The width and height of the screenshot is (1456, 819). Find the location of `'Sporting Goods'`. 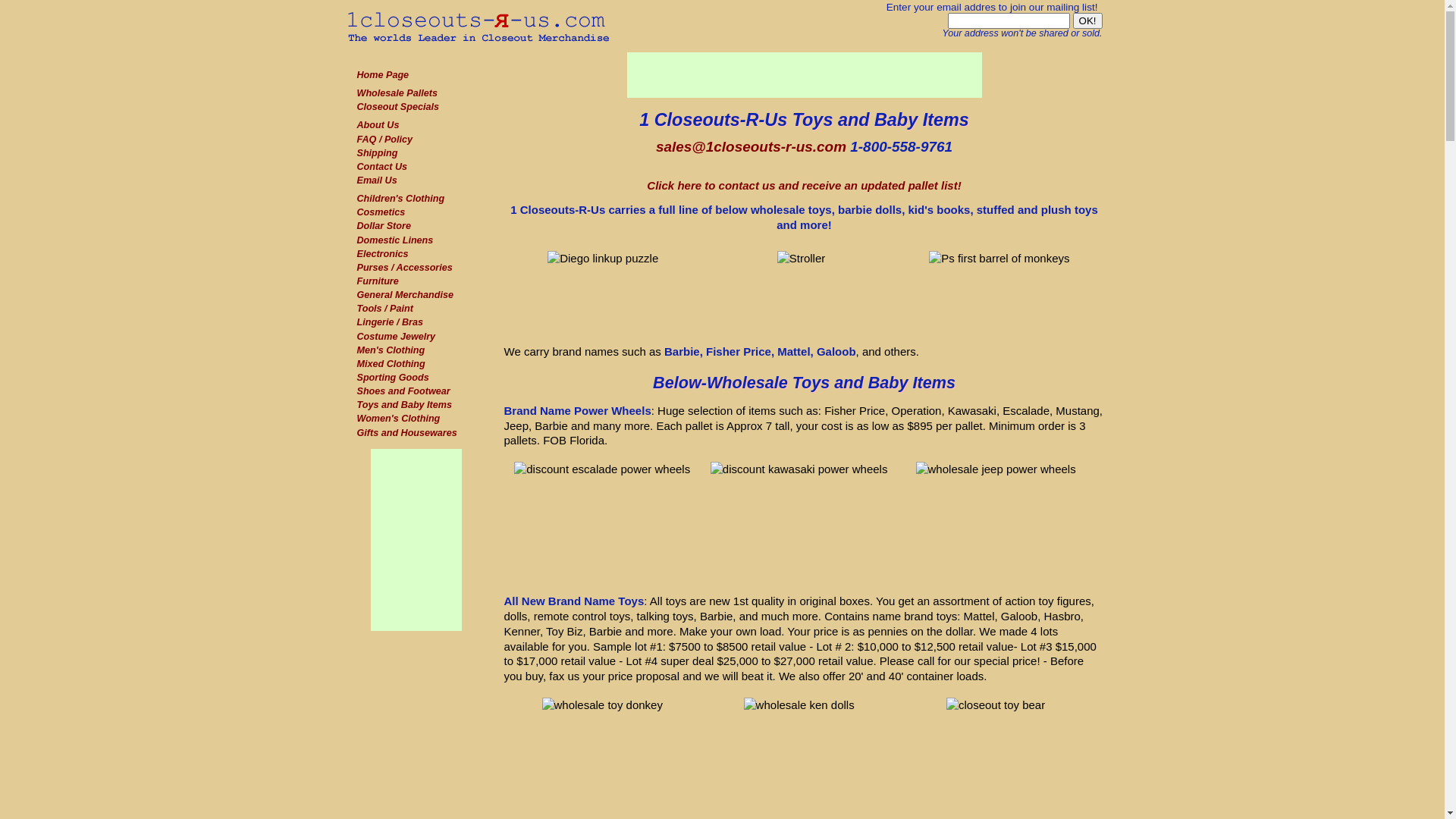

'Sporting Goods' is located at coordinates (392, 376).